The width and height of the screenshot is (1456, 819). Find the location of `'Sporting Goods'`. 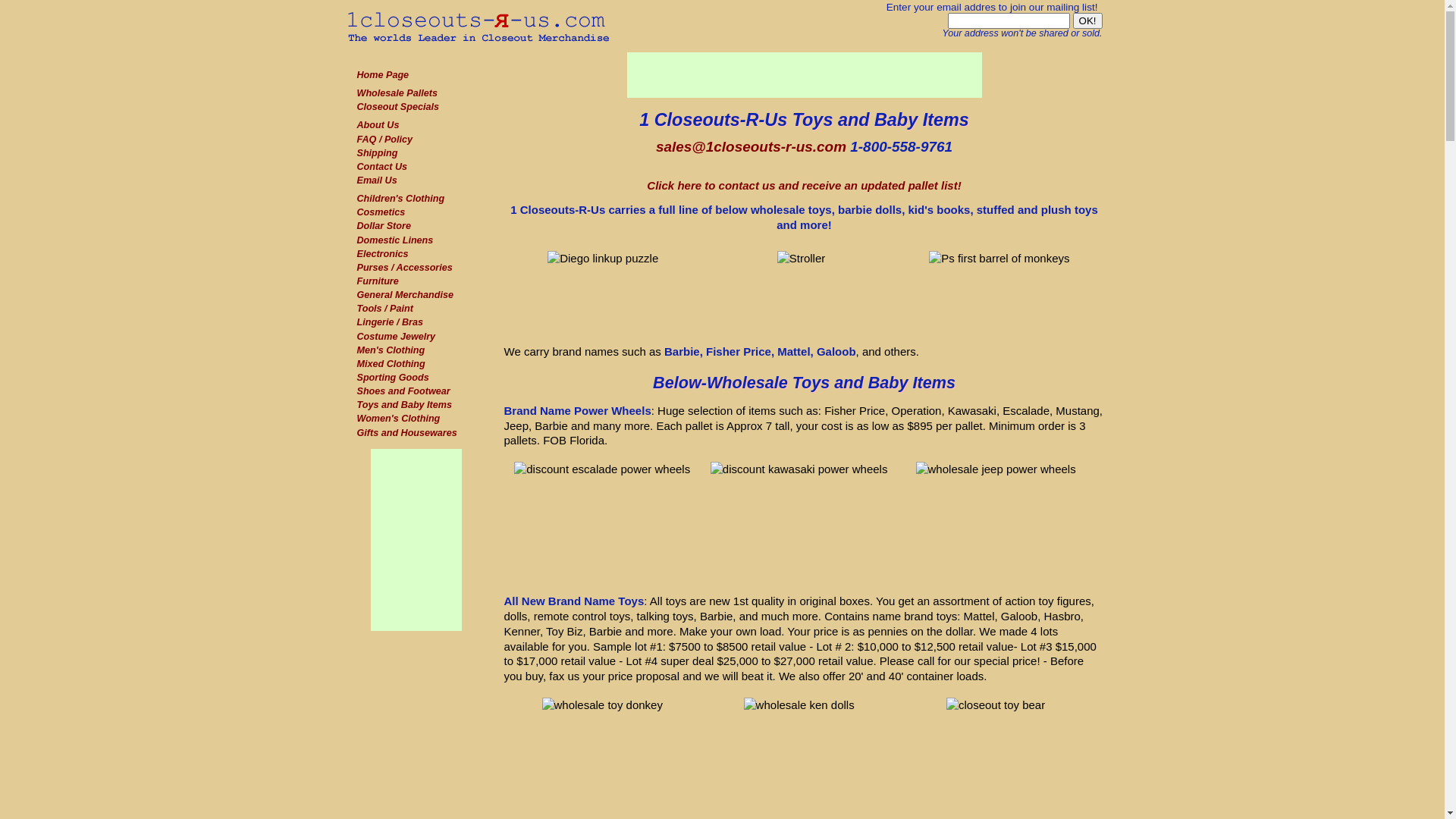

'Sporting Goods' is located at coordinates (392, 376).